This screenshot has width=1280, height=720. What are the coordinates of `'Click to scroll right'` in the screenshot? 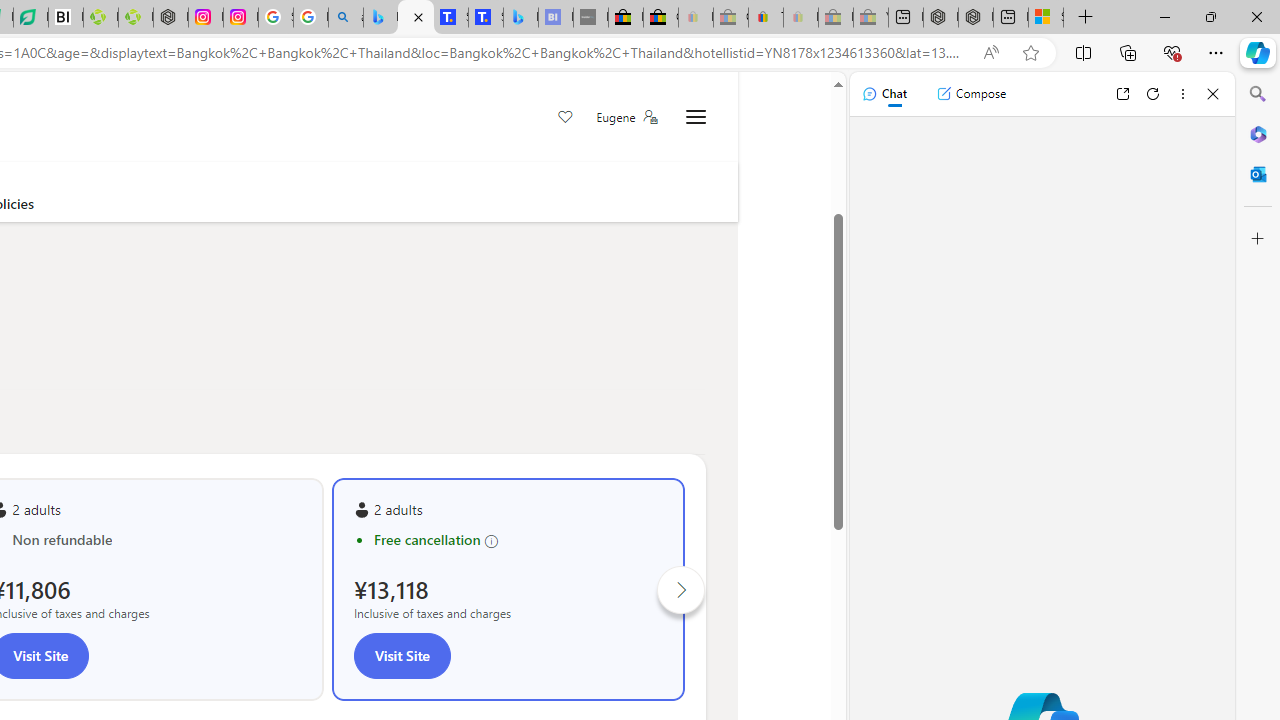 It's located at (681, 588).